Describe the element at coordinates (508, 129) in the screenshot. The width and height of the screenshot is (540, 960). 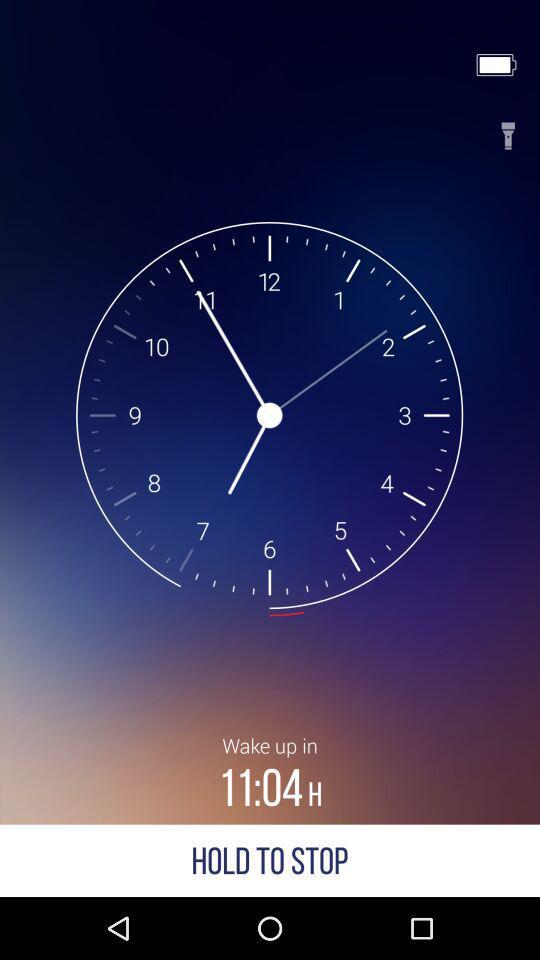
I see `ativar lanterna` at that location.